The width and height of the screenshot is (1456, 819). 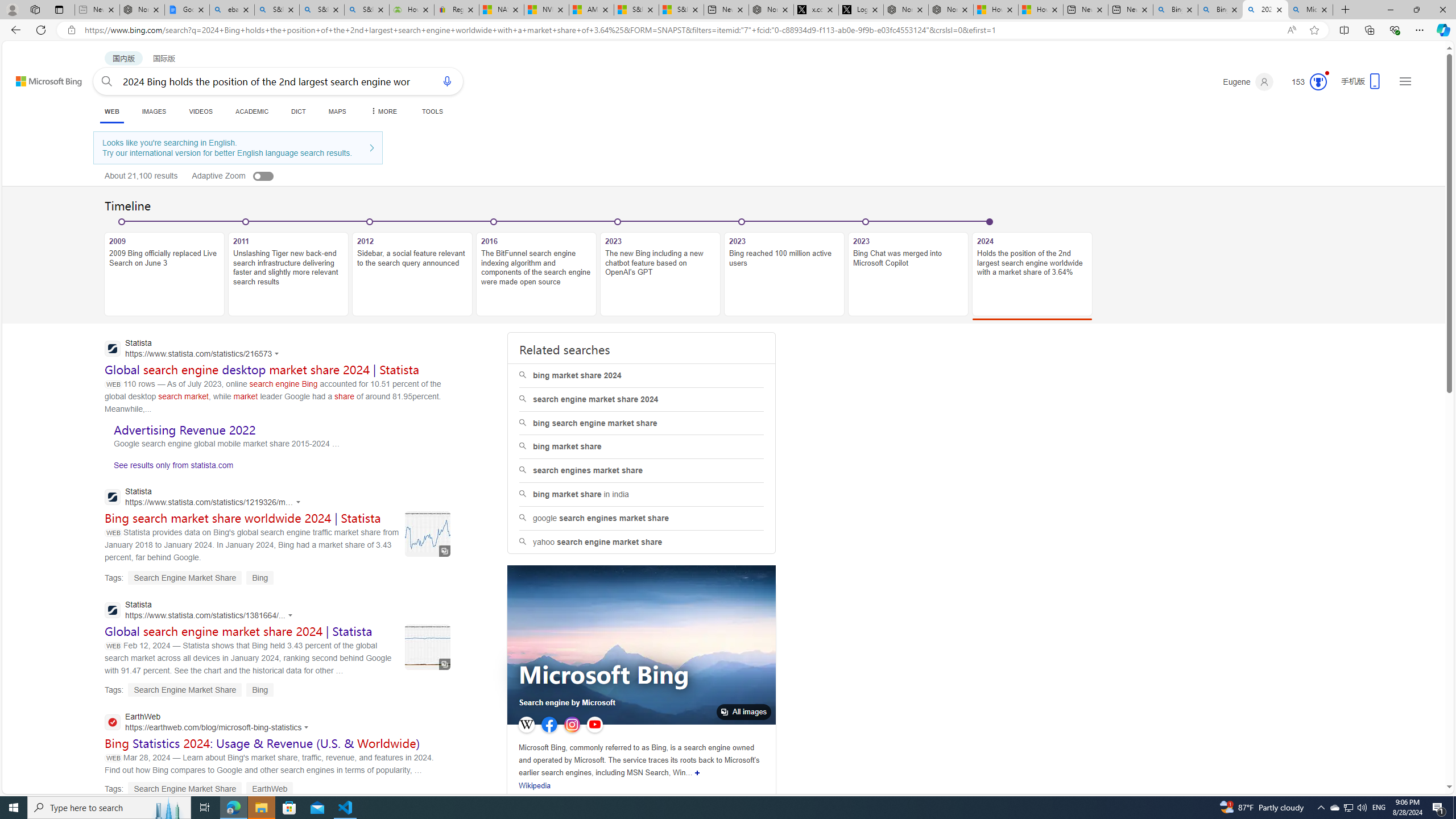 I want to click on 'YouTube', so click(x=594, y=725).